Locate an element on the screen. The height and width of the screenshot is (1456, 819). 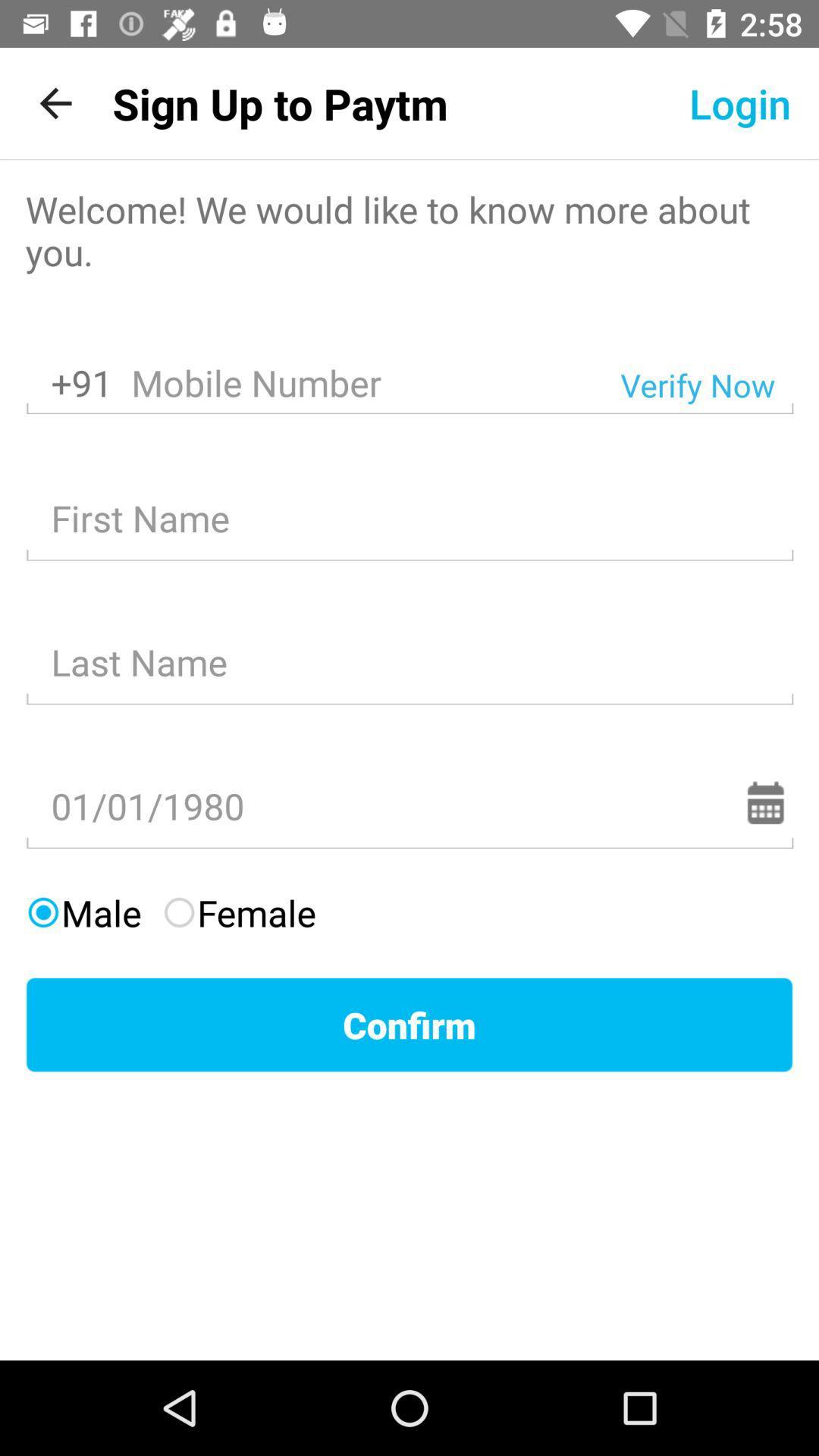
the item above confirm item is located at coordinates (239, 912).